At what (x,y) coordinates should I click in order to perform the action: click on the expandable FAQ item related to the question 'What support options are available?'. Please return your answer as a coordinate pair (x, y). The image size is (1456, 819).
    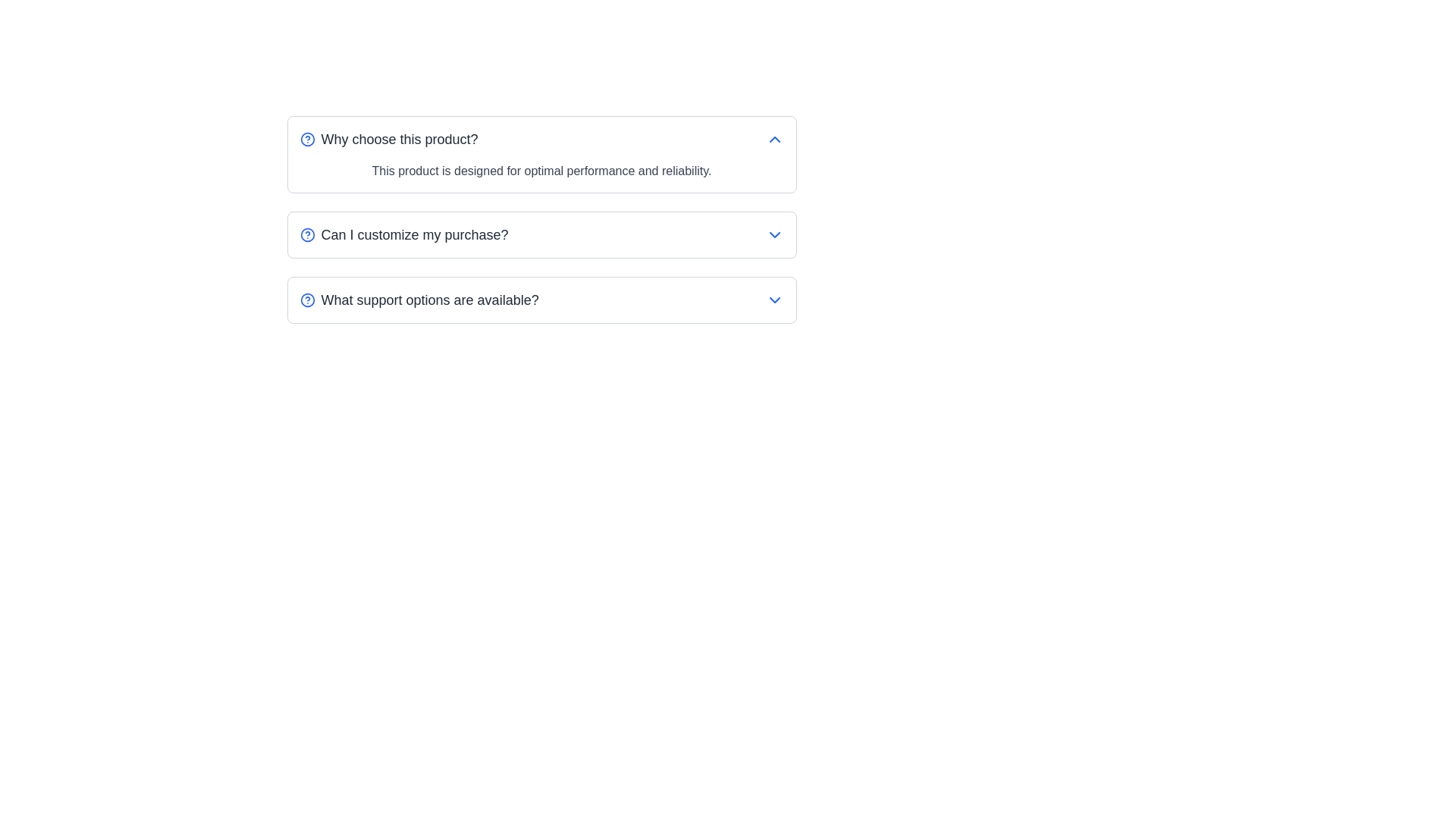
    Looking at the image, I should click on (541, 300).